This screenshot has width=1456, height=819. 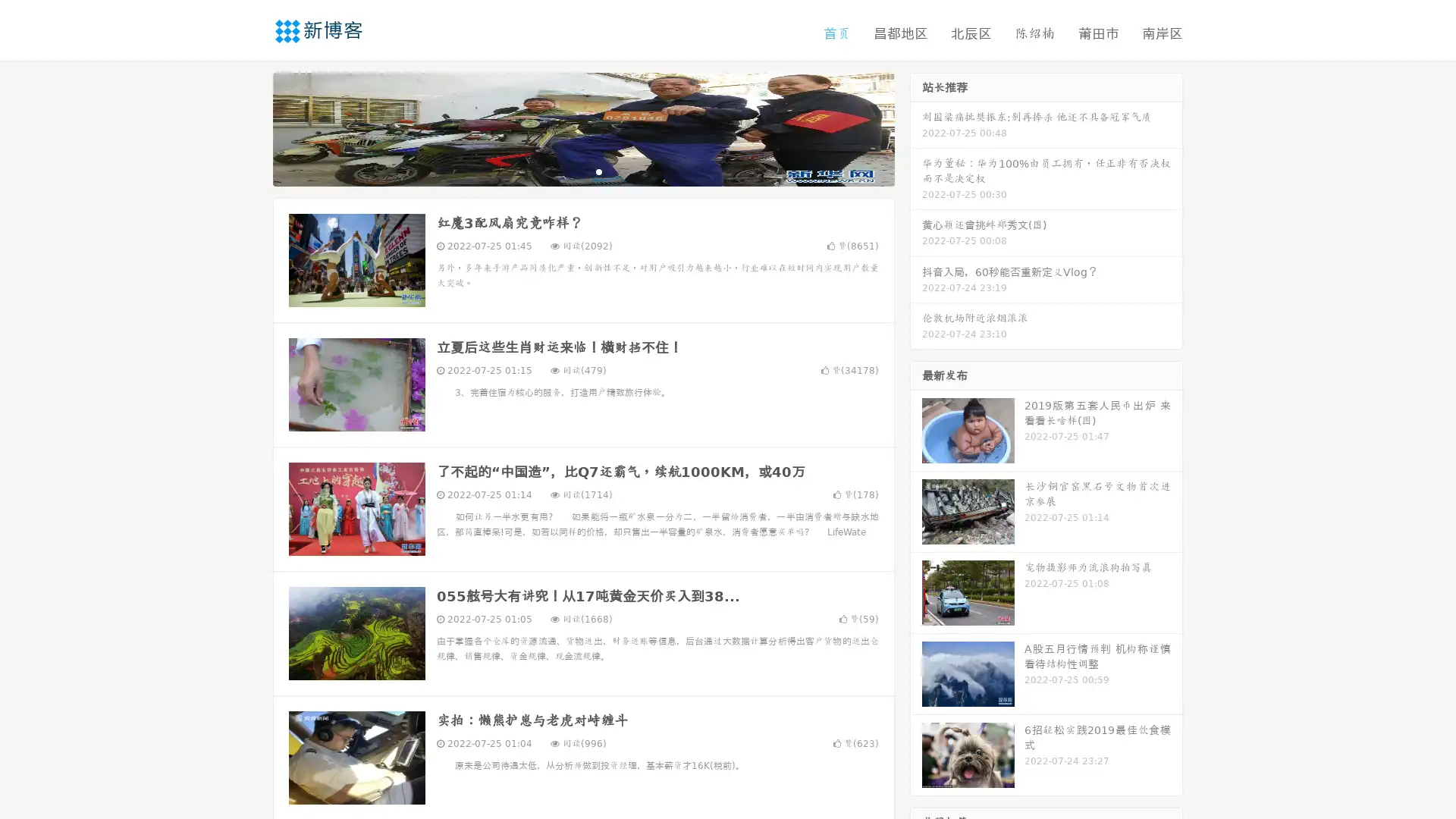 I want to click on Previous slide, so click(x=250, y=127).